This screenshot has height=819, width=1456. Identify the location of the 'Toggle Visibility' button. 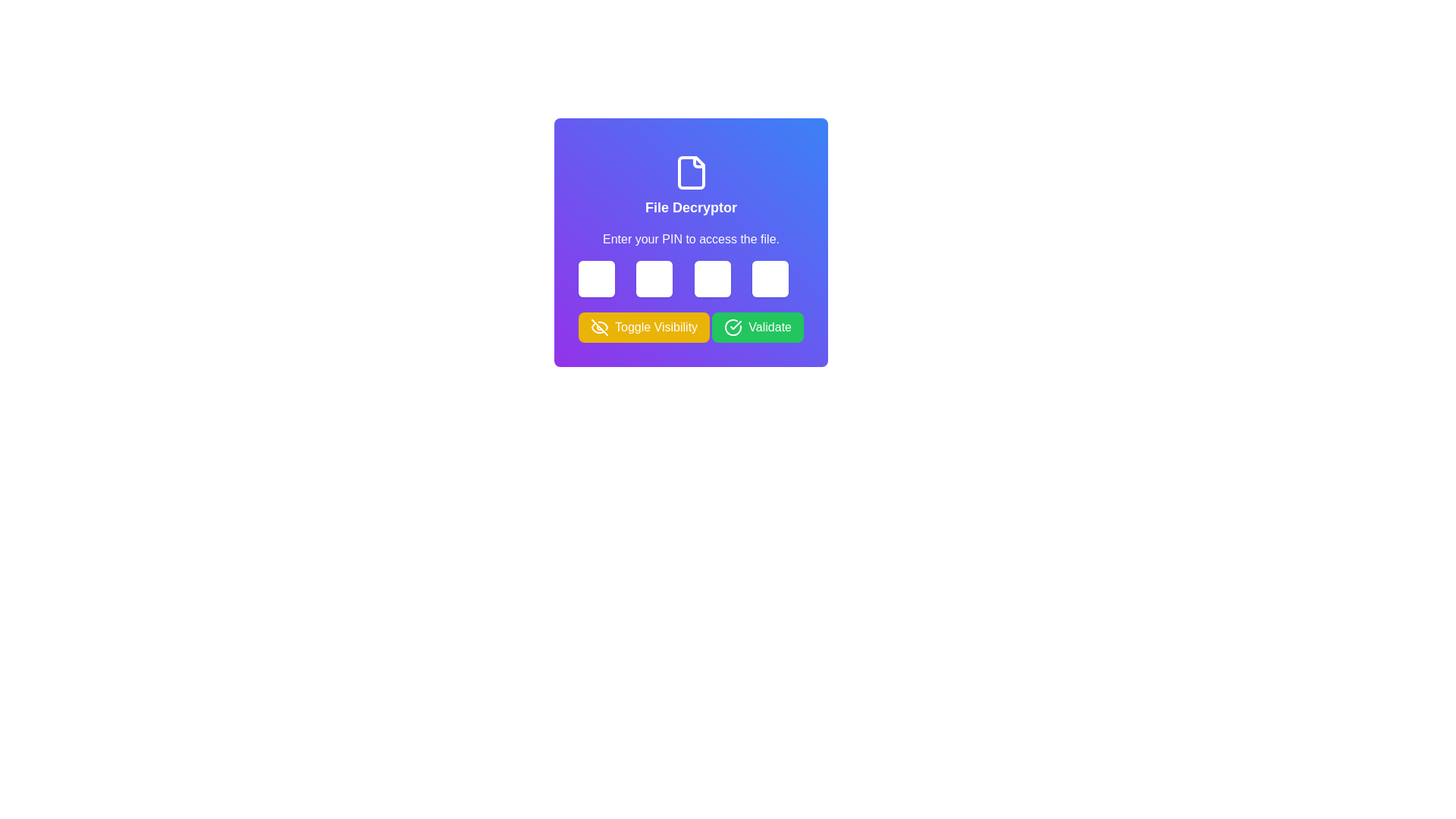
(644, 327).